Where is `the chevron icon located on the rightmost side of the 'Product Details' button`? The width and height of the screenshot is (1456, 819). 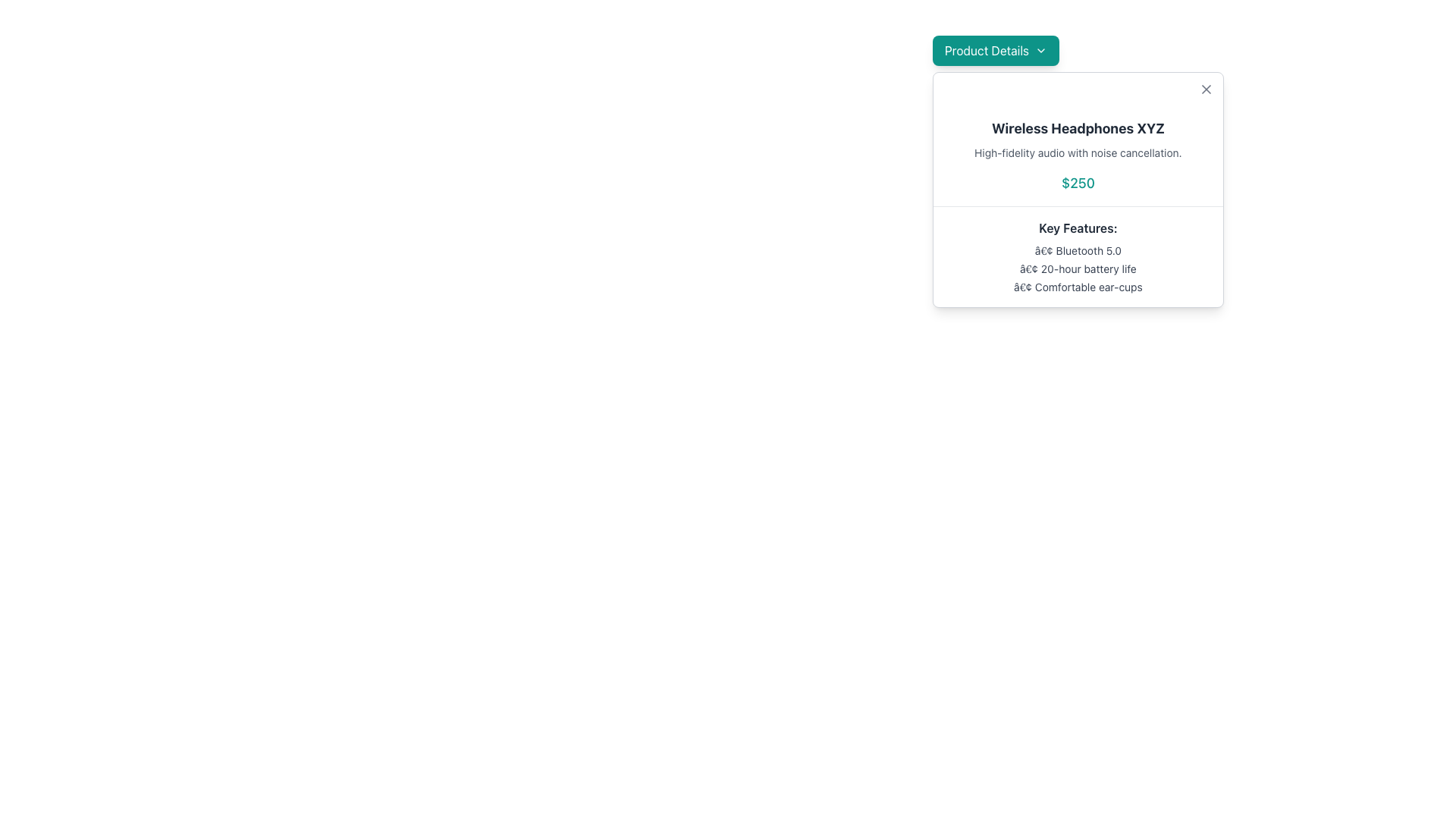 the chevron icon located on the rightmost side of the 'Product Details' button is located at coordinates (1040, 49).